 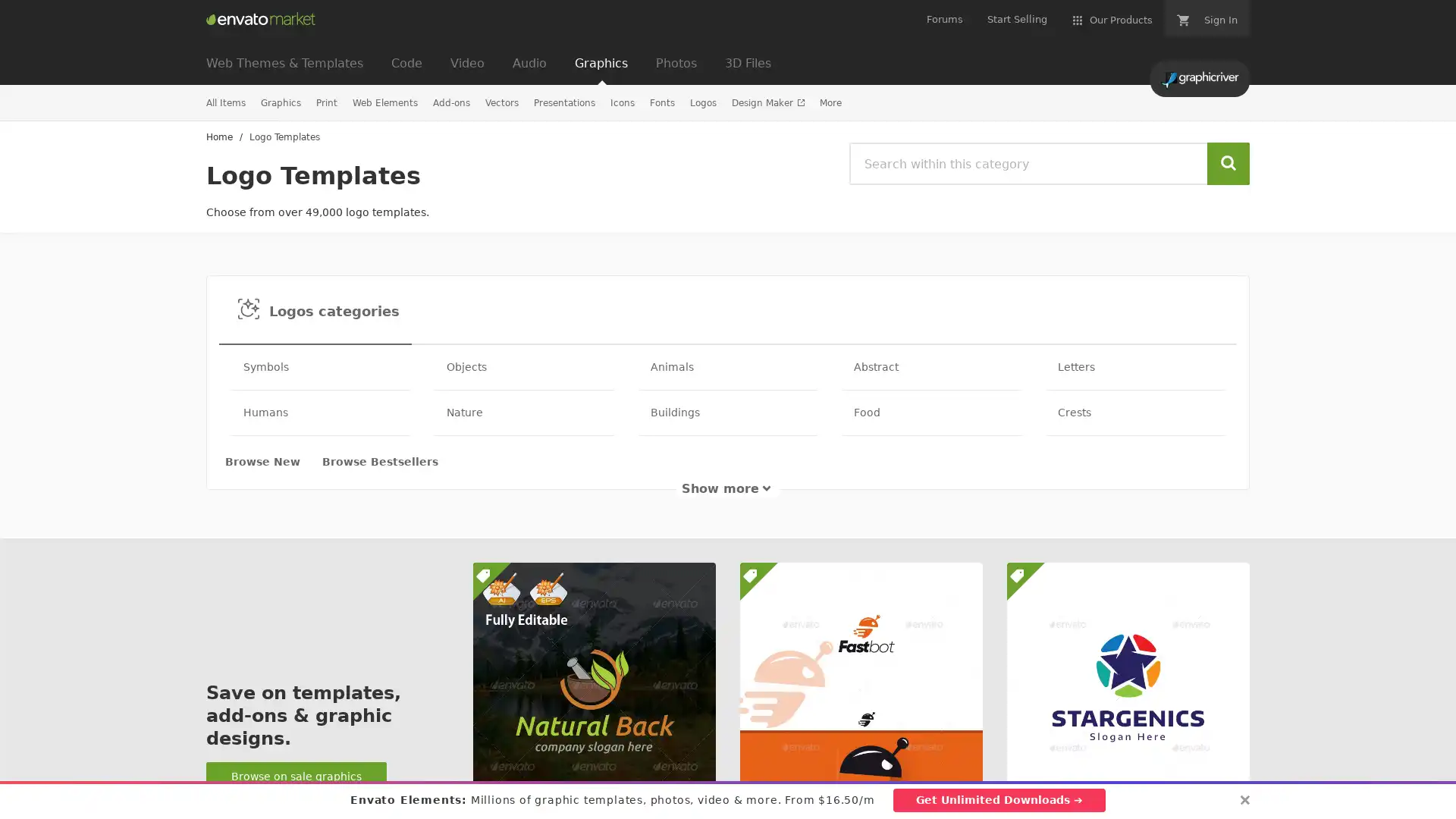 I want to click on Add to Favorites, so click(x=1230, y=783).